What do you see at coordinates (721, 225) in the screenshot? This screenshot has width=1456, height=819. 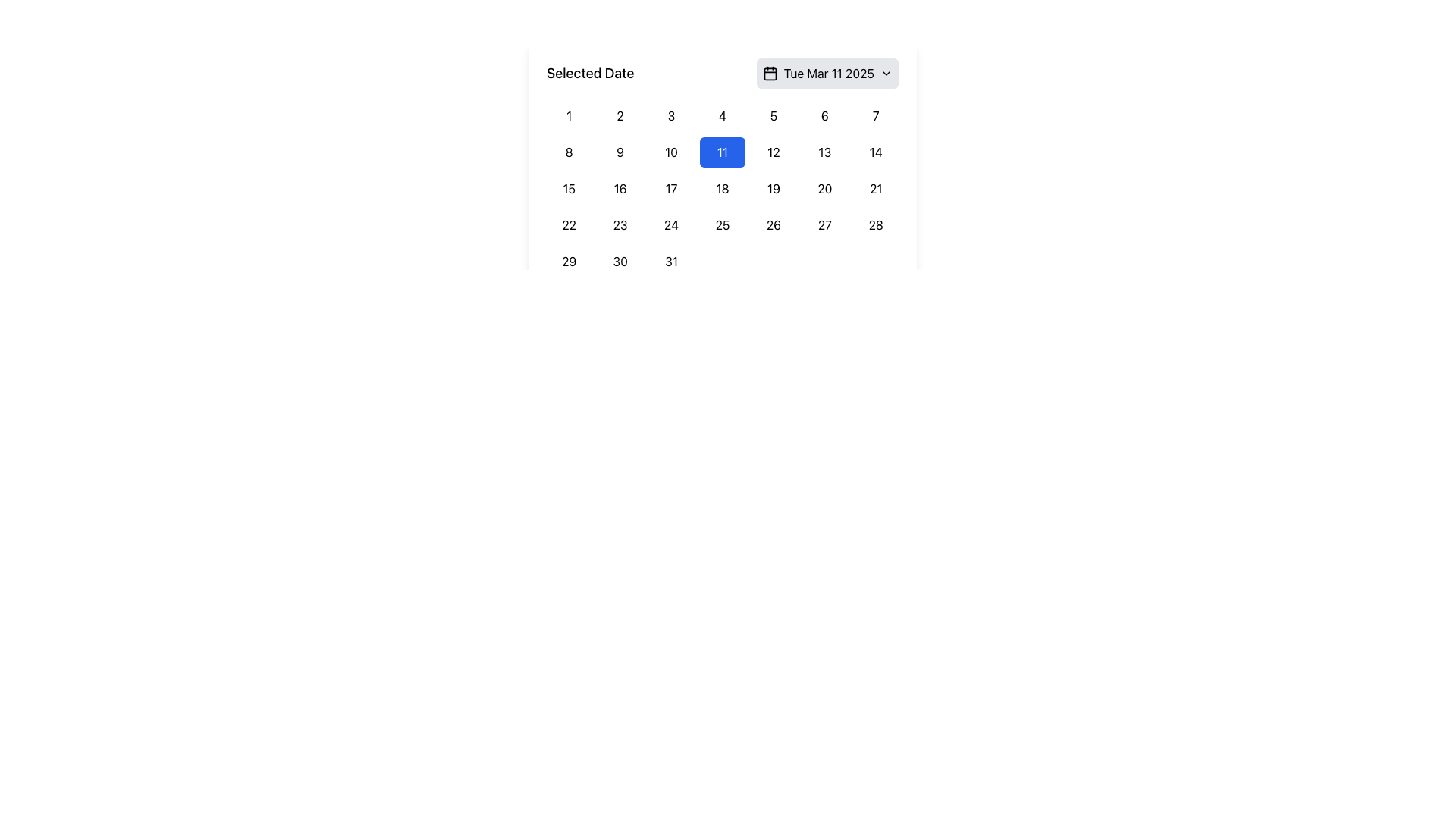 I see `the button displaying '25' in a calendar grid layout` at bounding box center [721, 225].